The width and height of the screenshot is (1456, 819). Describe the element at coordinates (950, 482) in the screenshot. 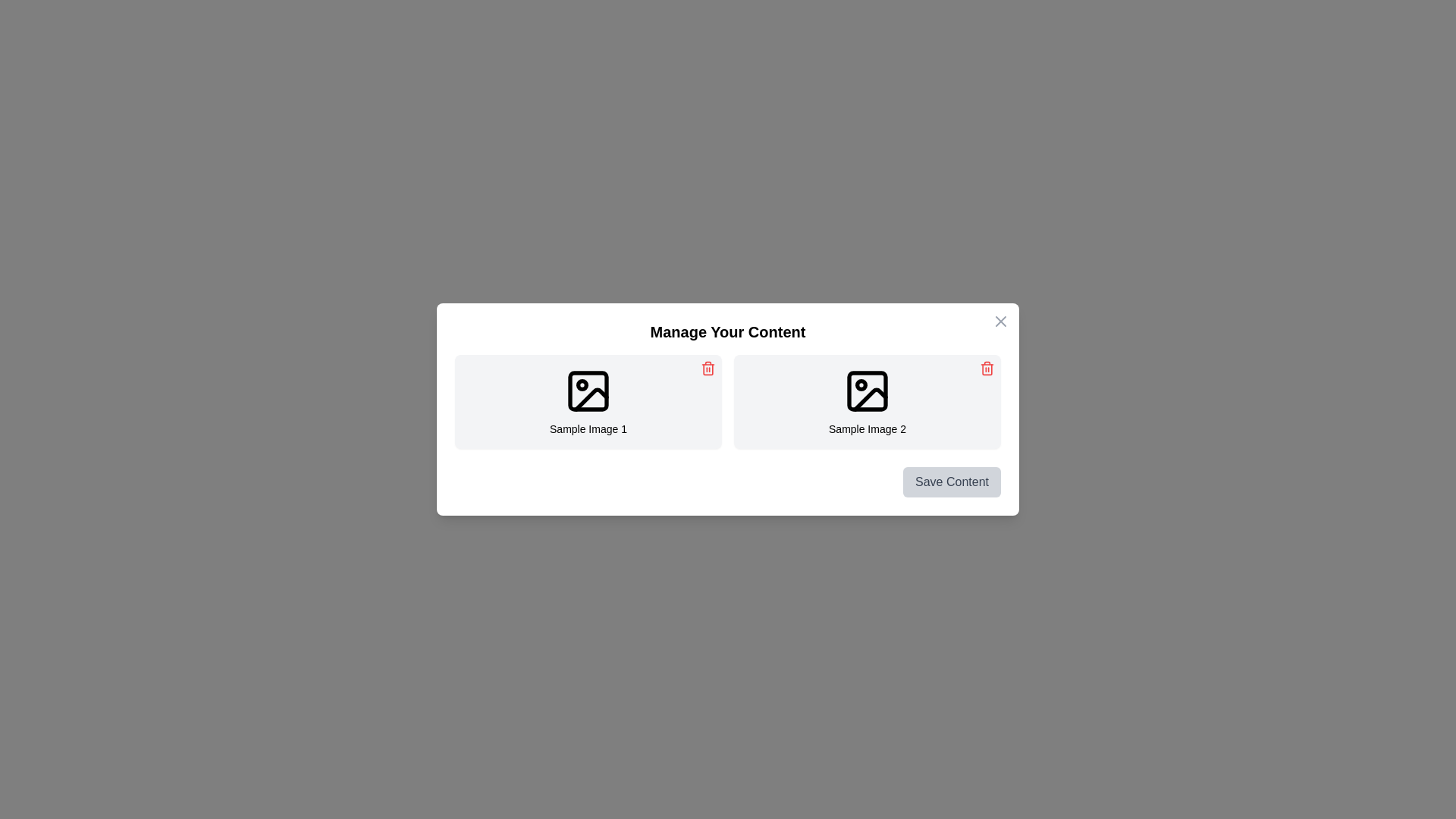

I see `the 'Save Content' button to save the current content` at that location.